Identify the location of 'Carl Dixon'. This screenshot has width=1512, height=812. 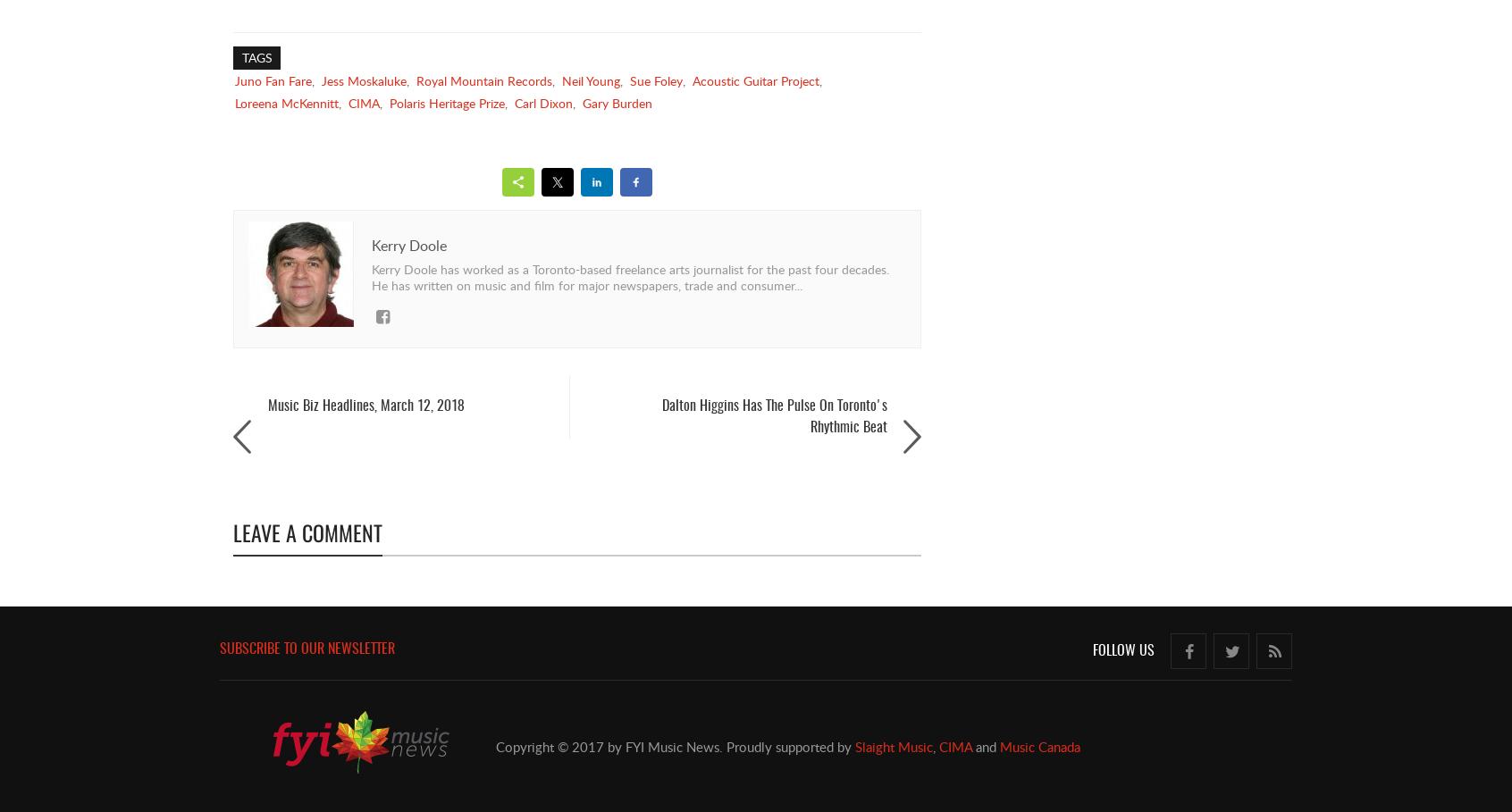
(542, 103).